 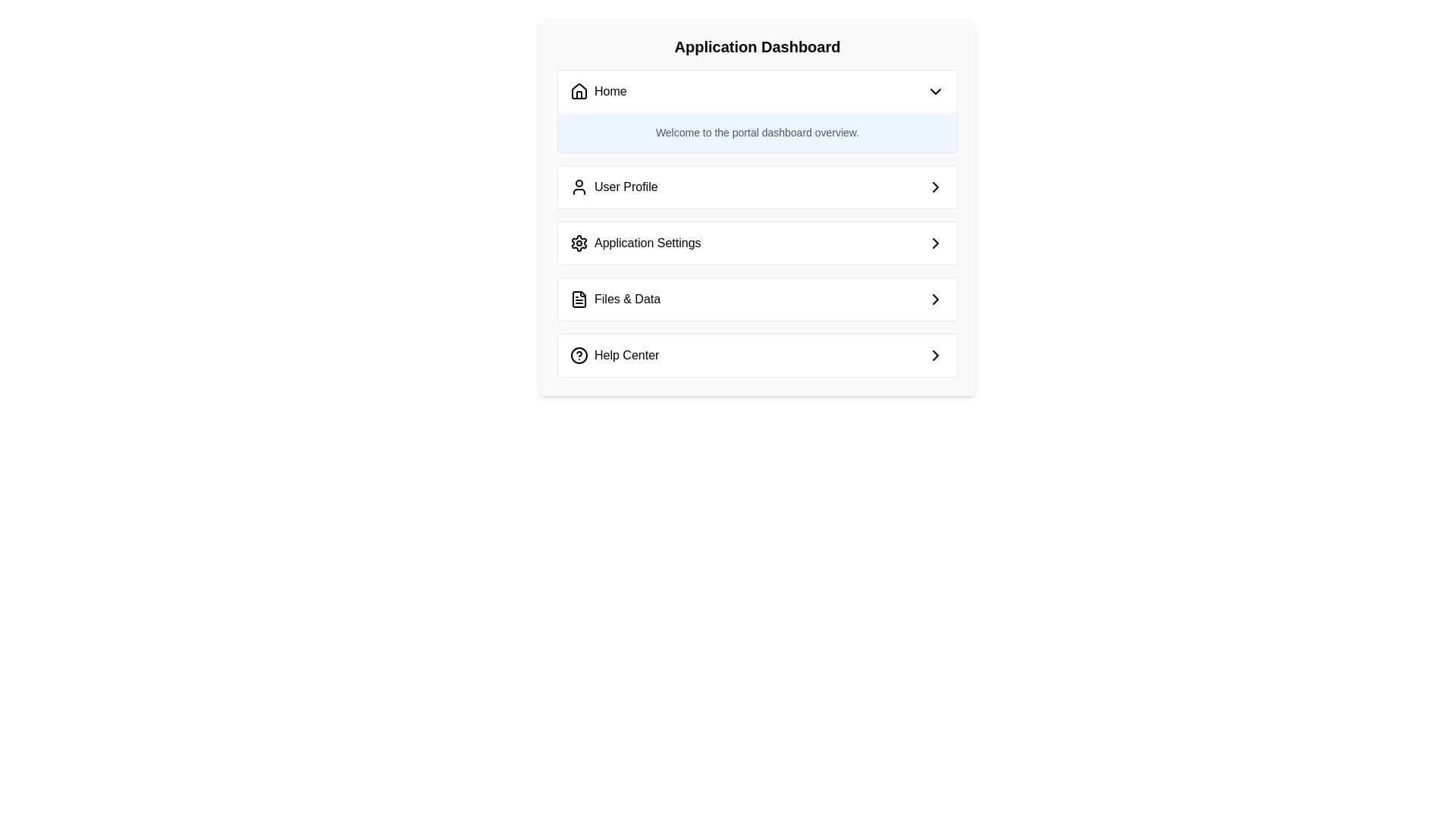 What do you see at coordinates (578, 186) in the screenshot?
I see `the SVG icon depicting a human figure, which is styled with a thin line and is located to the left of the 'User Profile' text in the second row of a vertically stacked menu` at bounding box center [578, 186].